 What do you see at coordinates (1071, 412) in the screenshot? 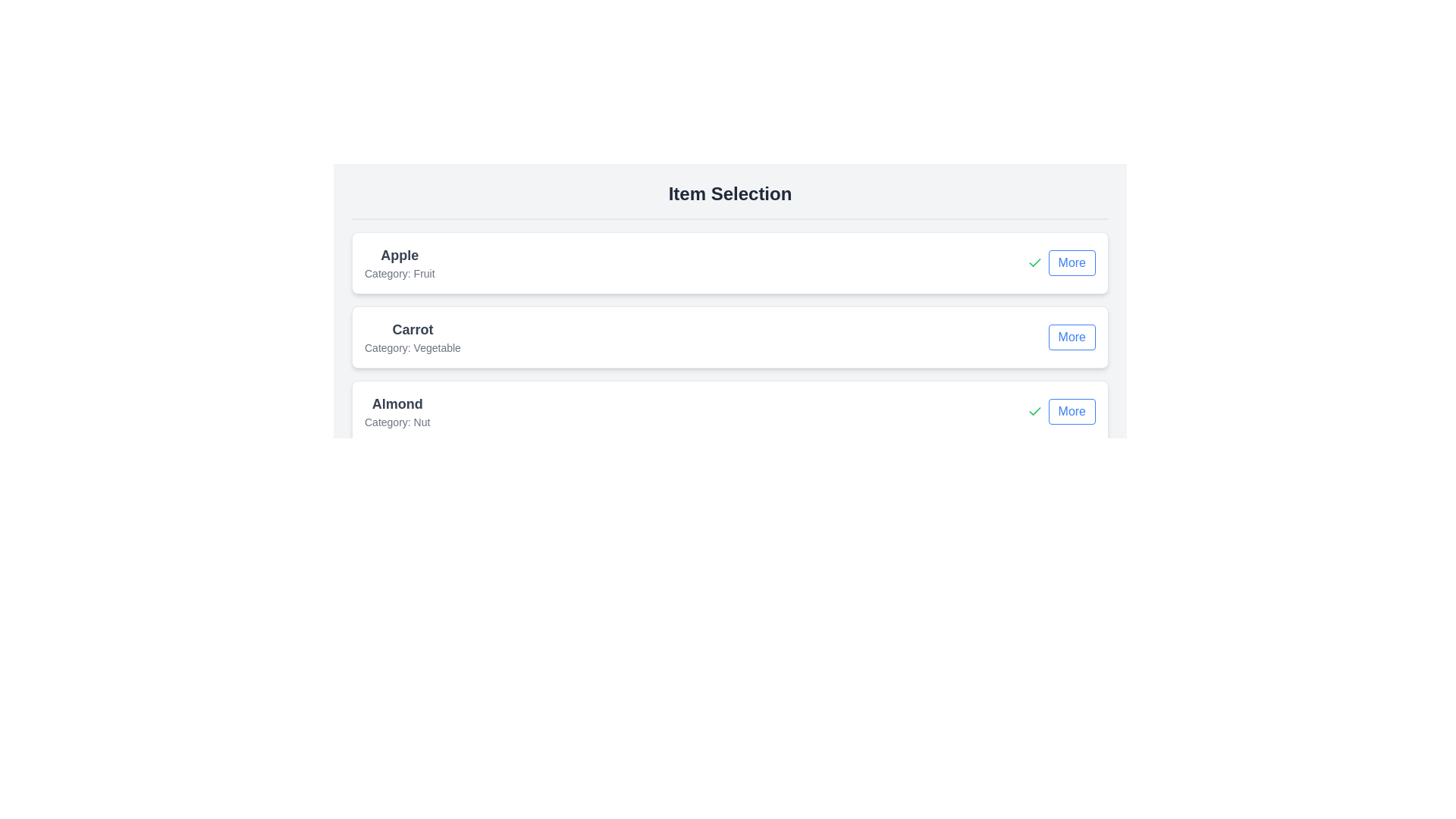
I see `the 'More' button with blue border and text` at bounding box center [1071, 412].